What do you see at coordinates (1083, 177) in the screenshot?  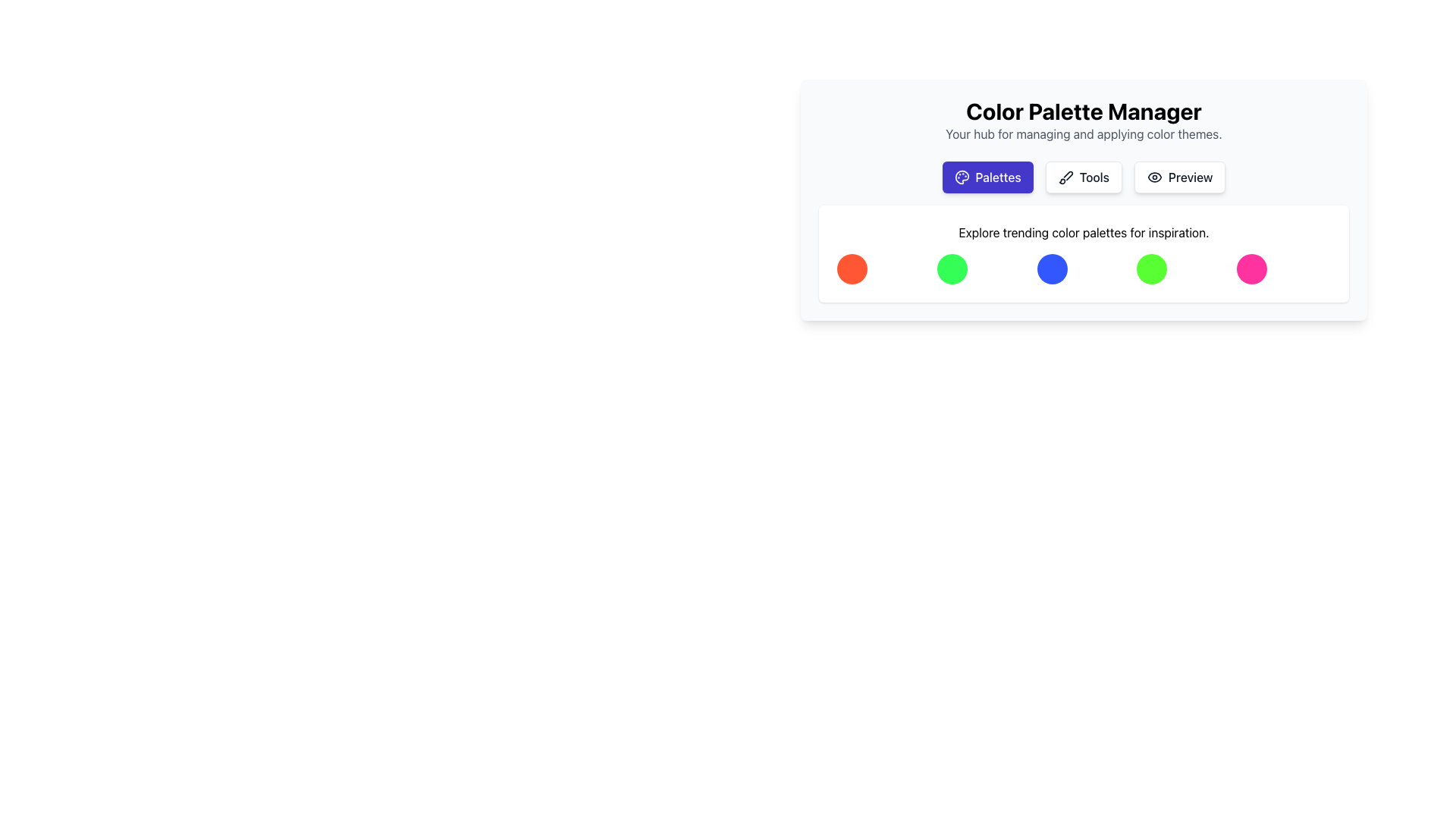 I see `the 'Tools' button located between the 'Palettes' button and the 'Preview' button` at bounding box center [1083, 177].